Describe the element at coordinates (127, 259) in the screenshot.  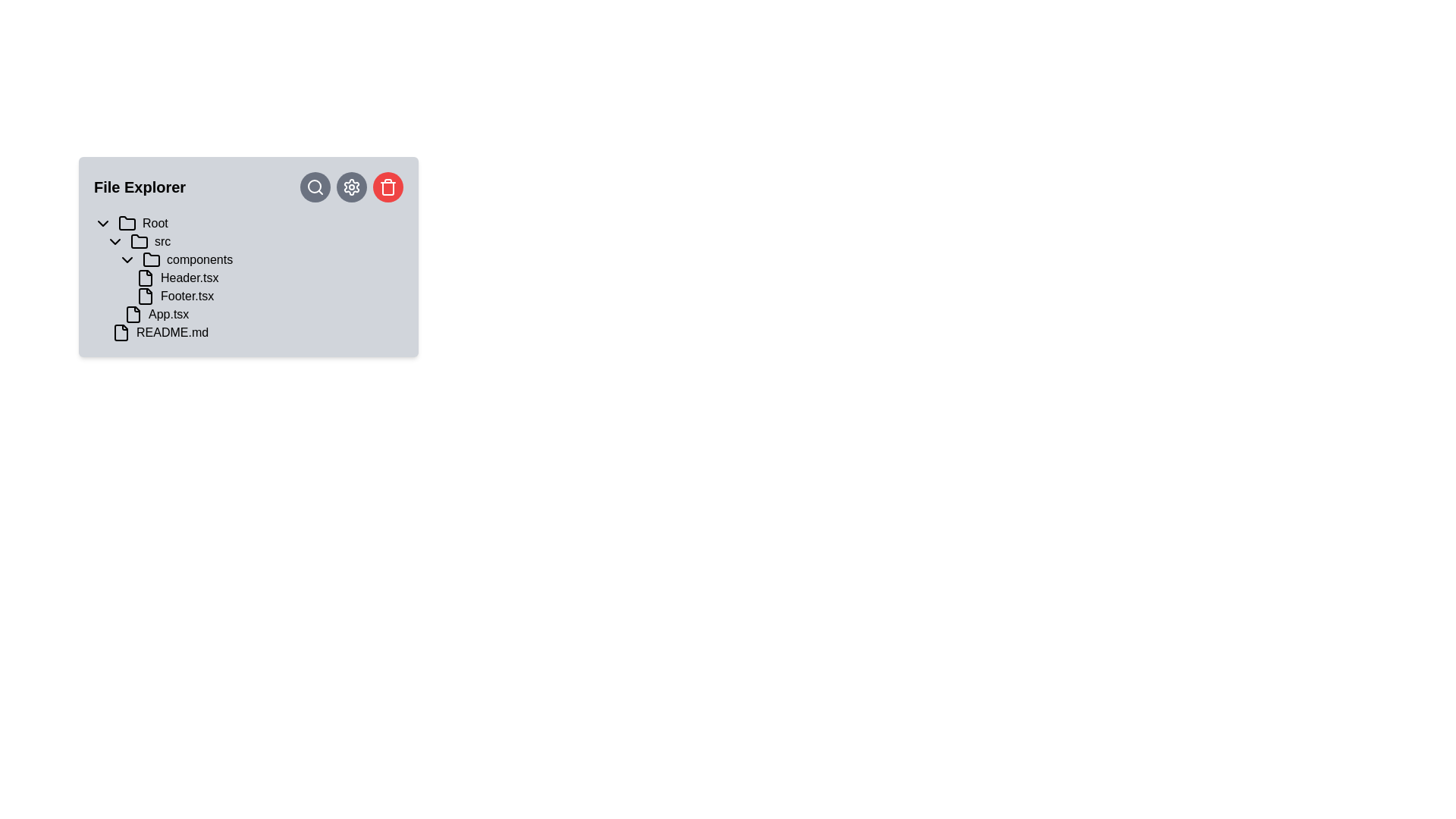
I see `the downward-pointing chevron-shaped arrow icon located immediately before the folder icon` at that location.